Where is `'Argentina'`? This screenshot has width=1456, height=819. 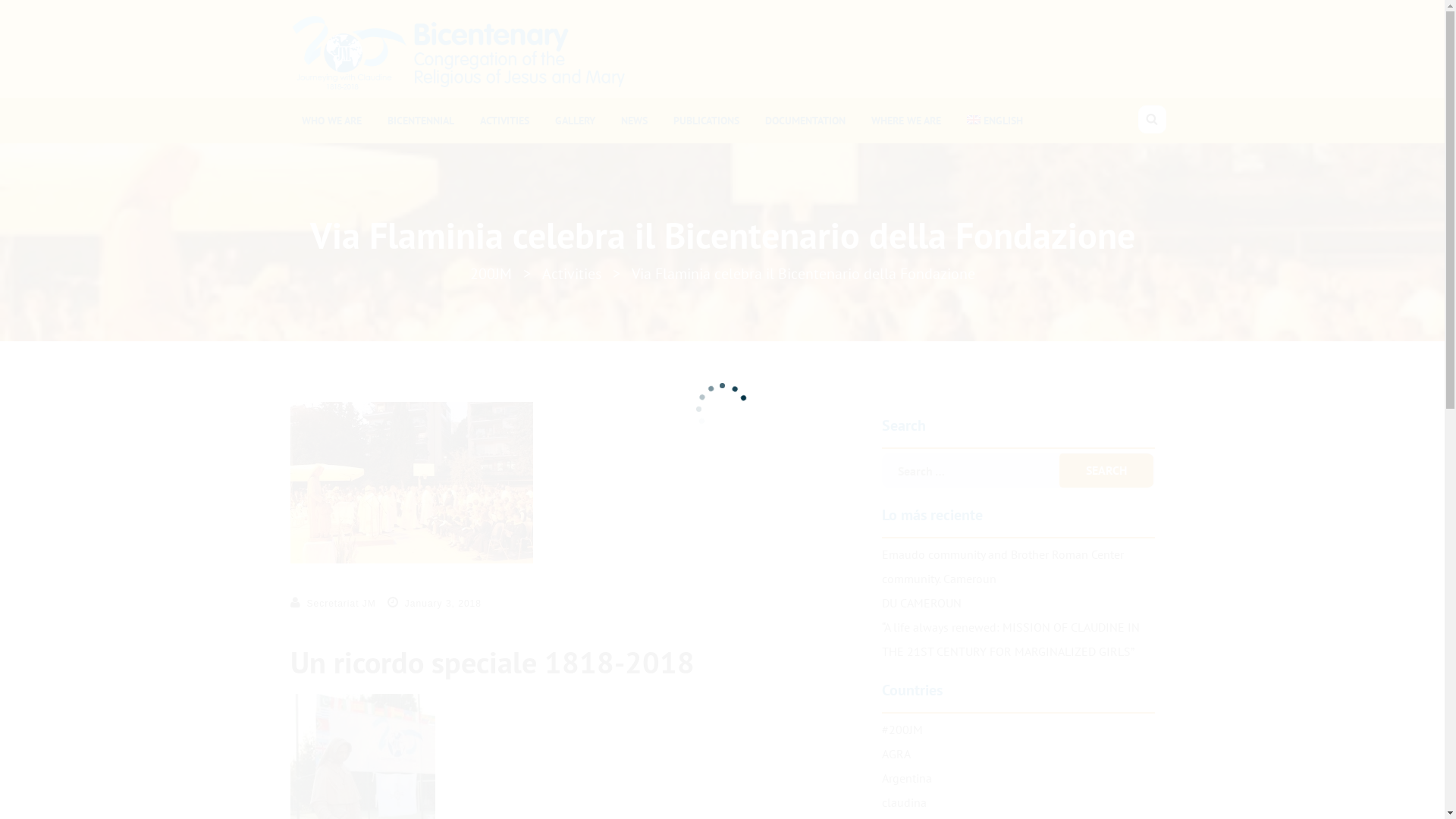
'Argentina' is located at coordinates (880, 778).